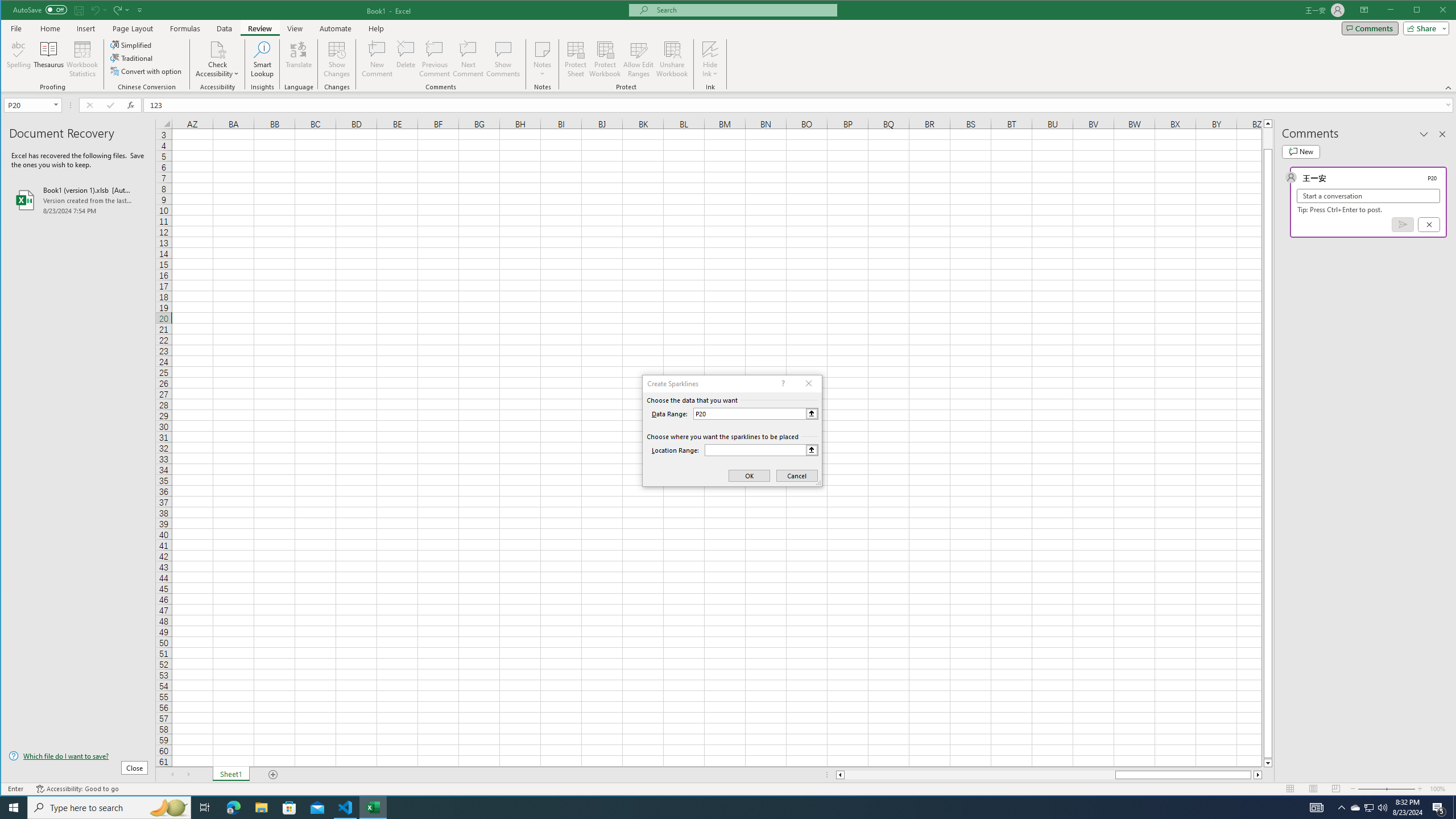 This screenshot has width=1456, height=819. Describe the element at coordinates (217, 59) in the screenshot. I see `'Check Accessibility'` at that location.